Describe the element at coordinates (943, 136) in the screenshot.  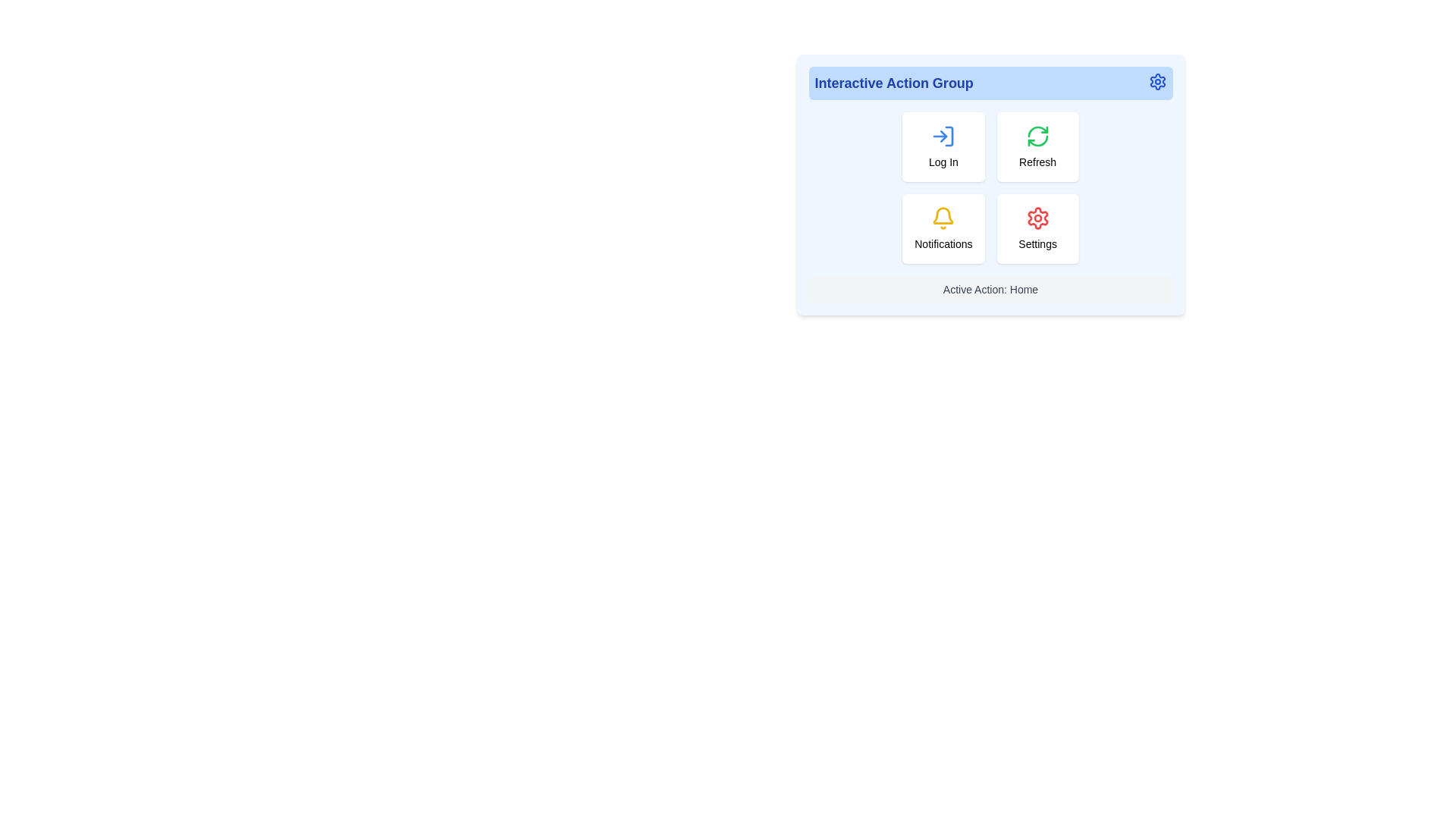
I see `the arrowhead graphic element within the 'Log In' icon that symbolizes the action of logging in` at that location.